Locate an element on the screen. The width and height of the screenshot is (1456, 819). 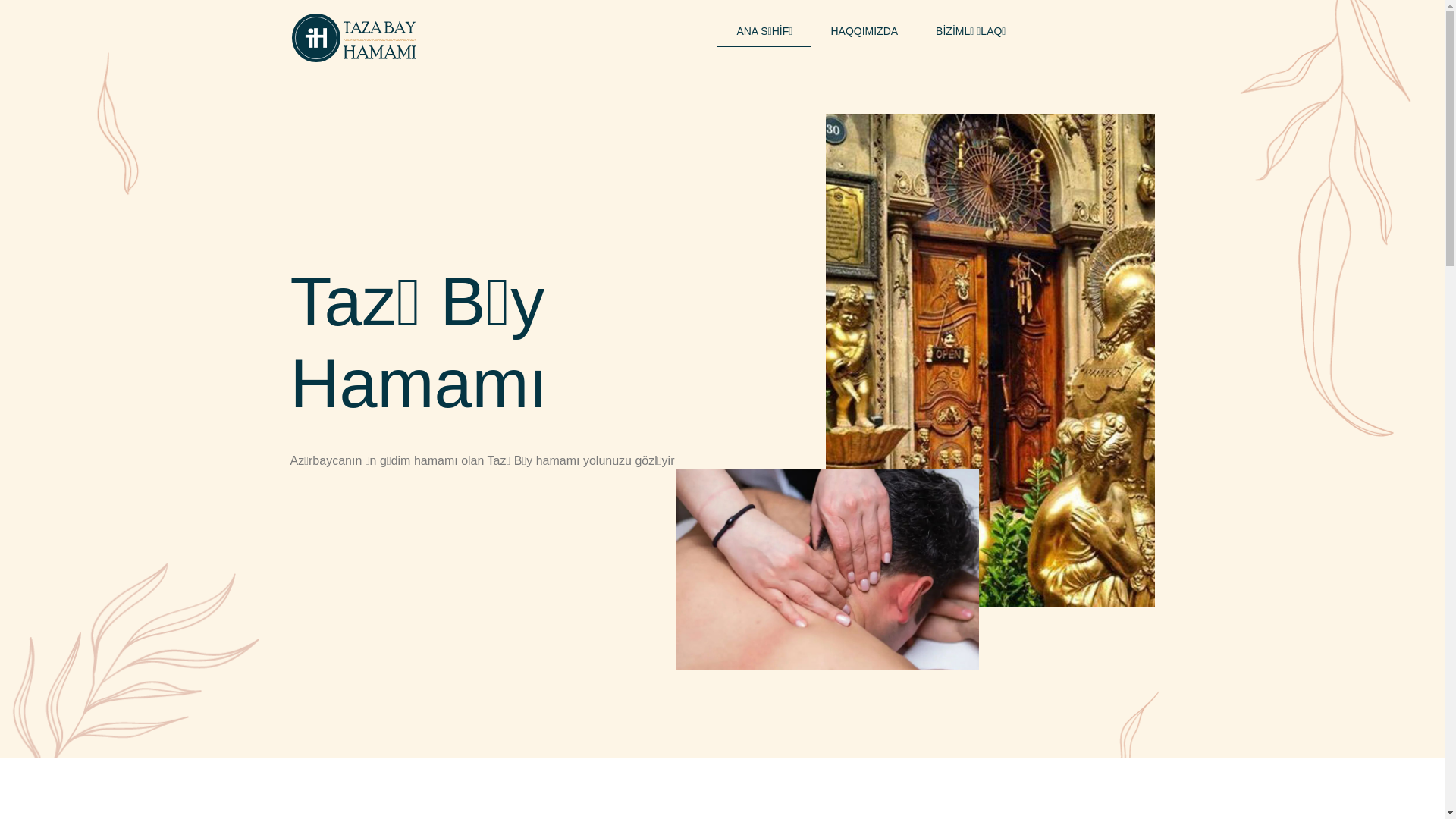
'HAQQIMIZDA' is located at coordinates (864, 32).